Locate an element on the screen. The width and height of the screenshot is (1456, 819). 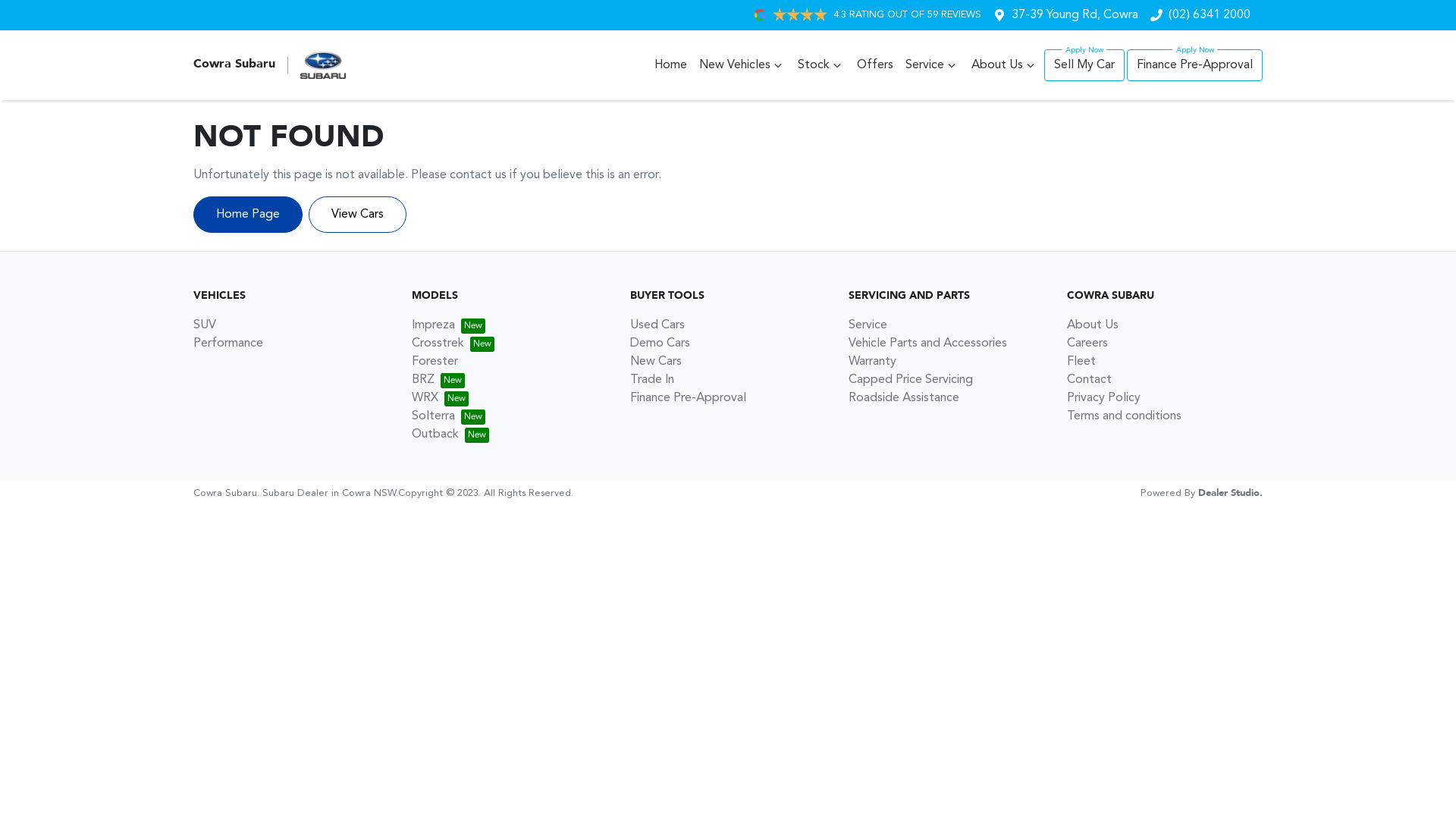
'Offers' is located at coordinates (874, 64).